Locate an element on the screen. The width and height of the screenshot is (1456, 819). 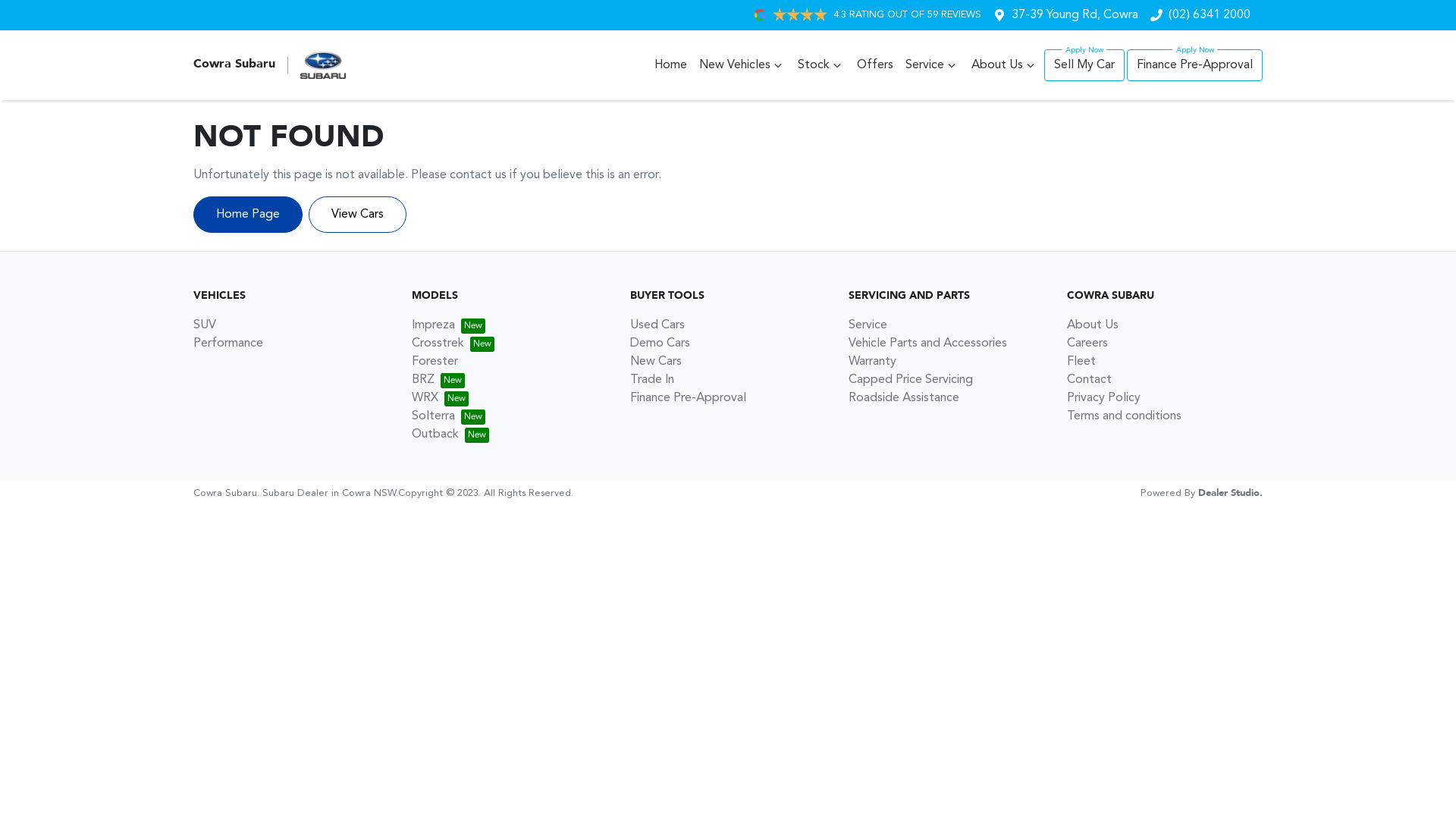
'Offers' is located at coordinates (874, 64).